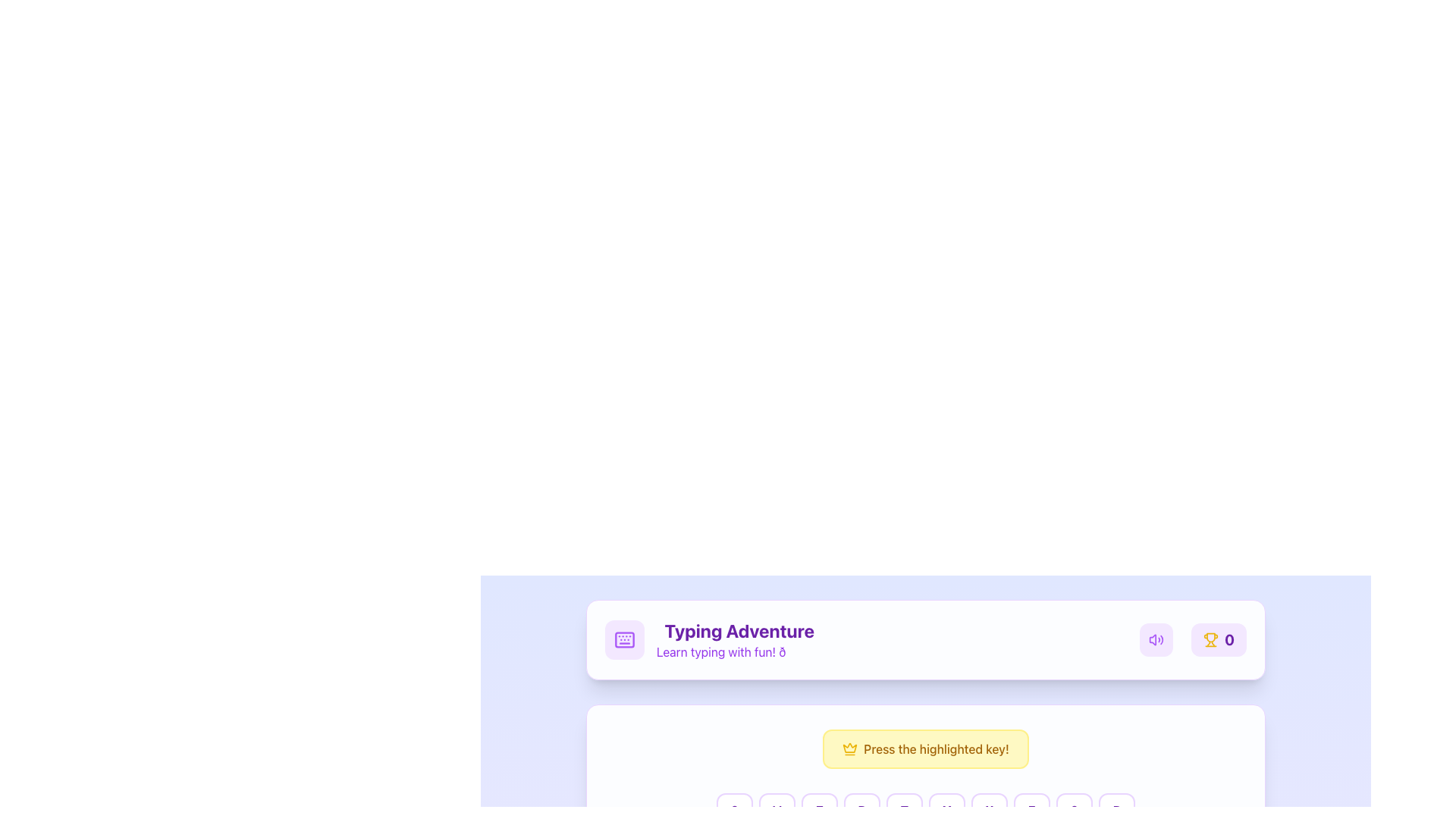  Describe the element at coordinates (924, 748) in the screenshot. I see `the Instructional Message Box that guides the user to press a specific key, as indicated in the message` at that location.